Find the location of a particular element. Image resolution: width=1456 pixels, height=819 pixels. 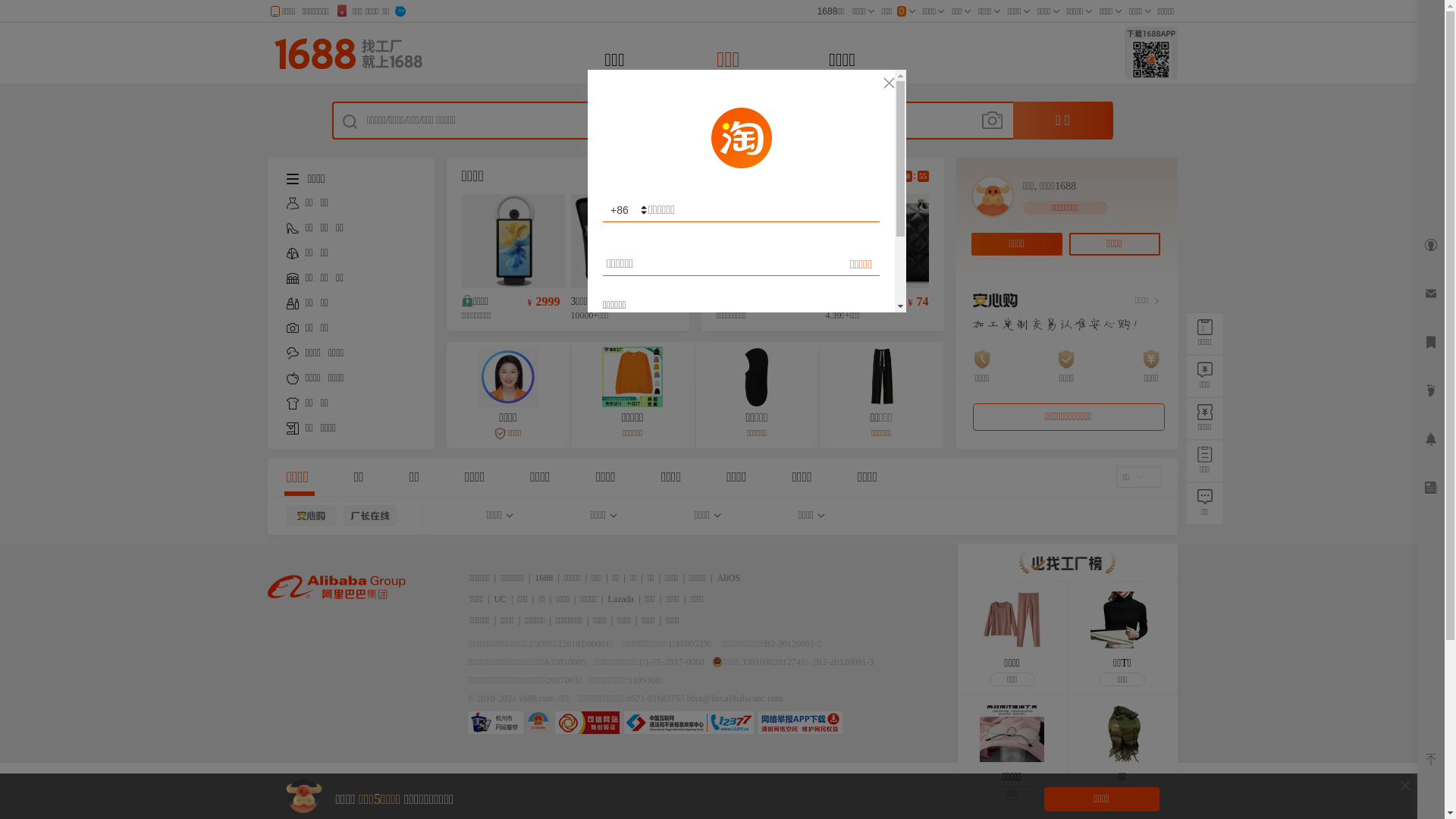

'AliOS' is located at coordinates (716, 578).